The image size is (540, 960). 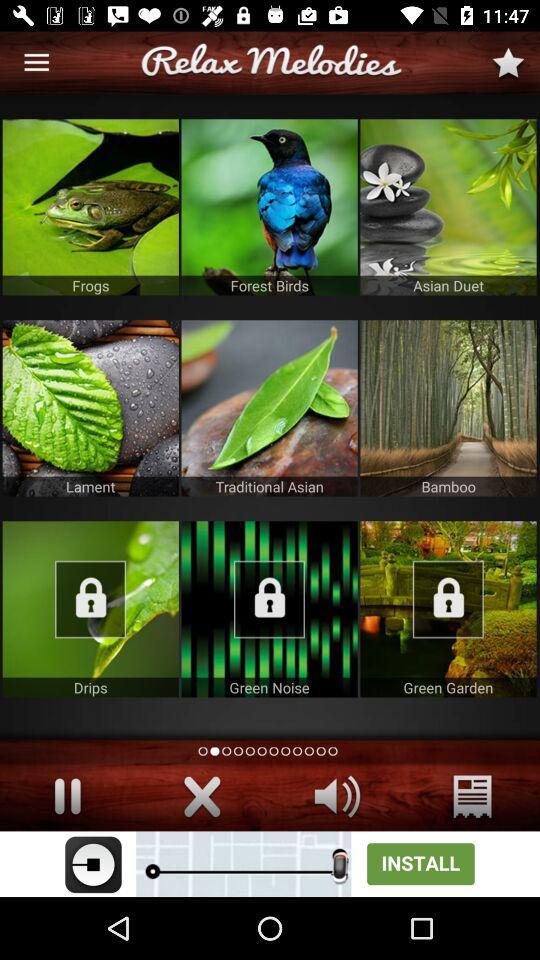 I want to click on sepkar, so click(x=337, y=796).